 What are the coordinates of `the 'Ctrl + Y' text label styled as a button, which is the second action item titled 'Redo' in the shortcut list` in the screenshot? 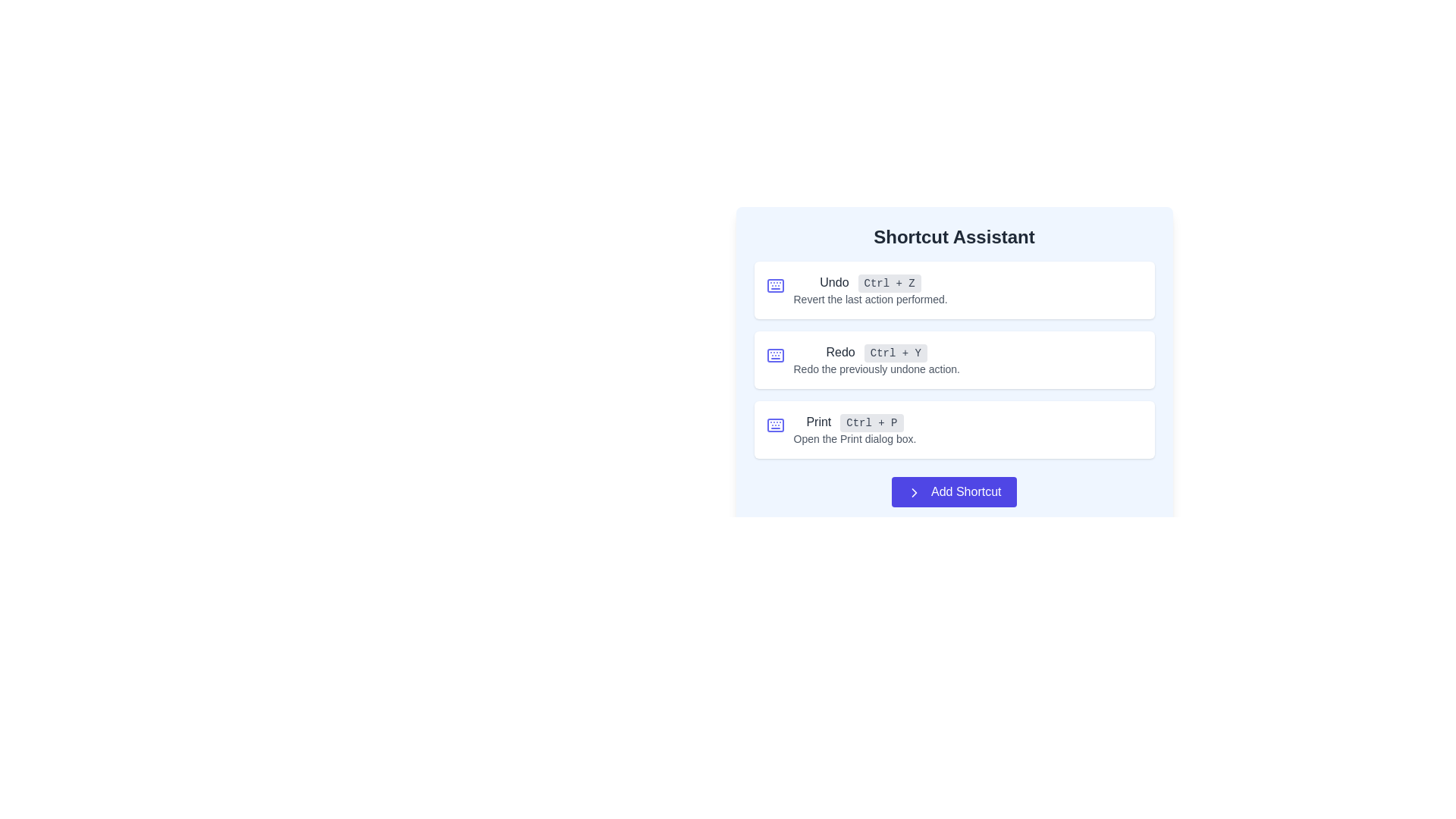 It's located at (896, 353).